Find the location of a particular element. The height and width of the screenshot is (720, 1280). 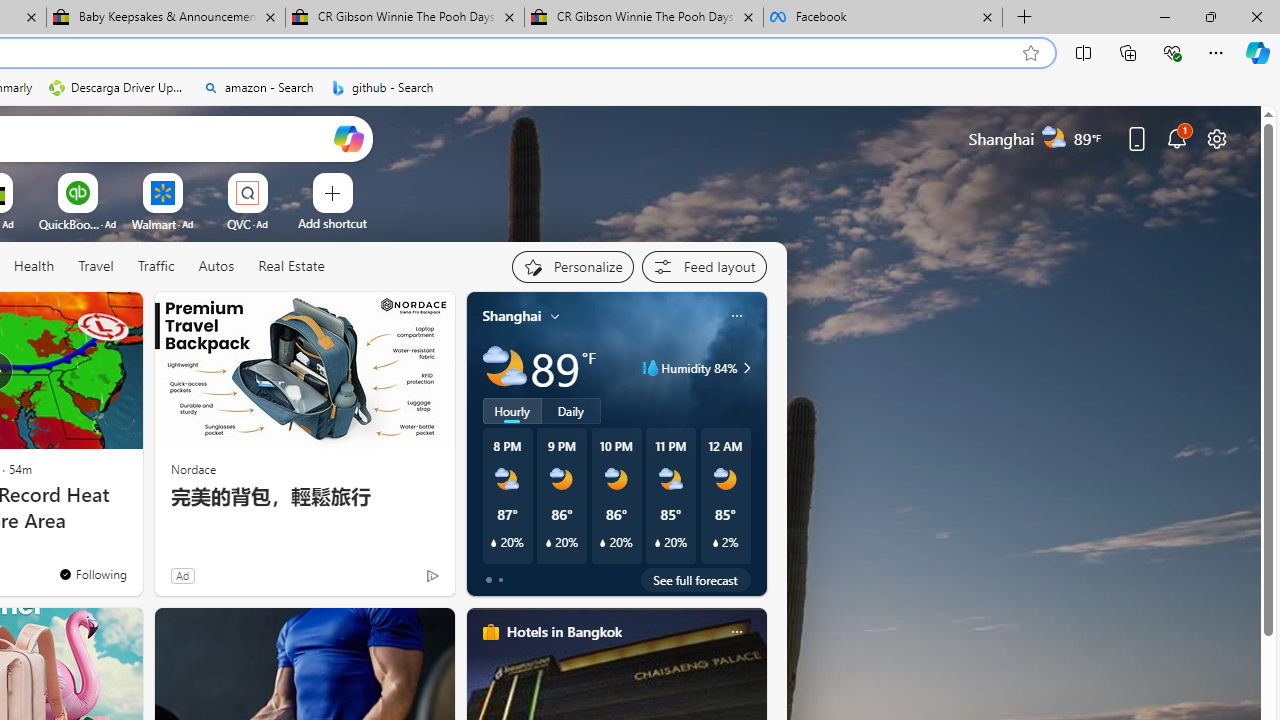

'Hide this story' is located at coordinates (81, 315).